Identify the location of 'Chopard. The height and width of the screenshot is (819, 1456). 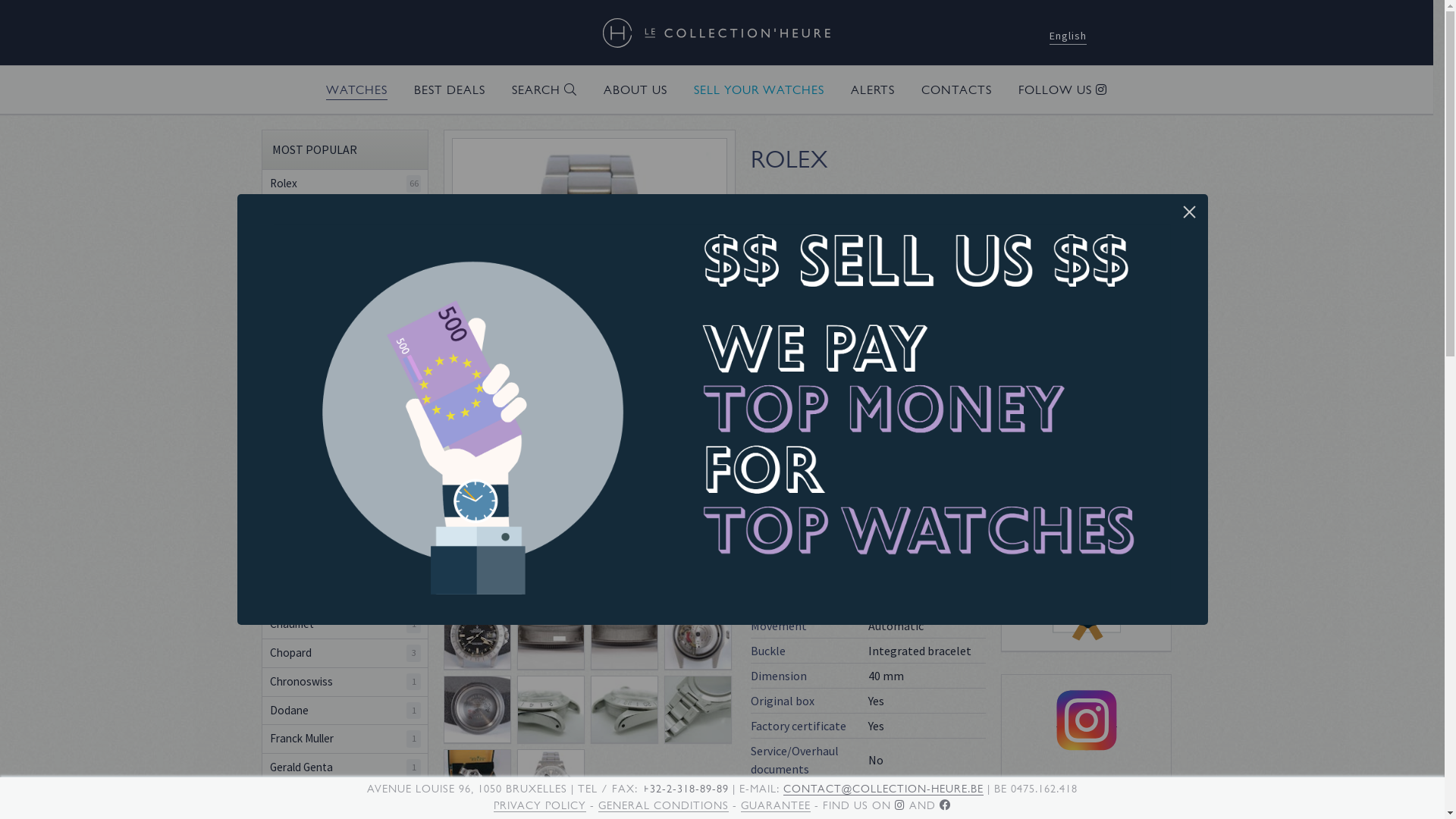
(344, 652).